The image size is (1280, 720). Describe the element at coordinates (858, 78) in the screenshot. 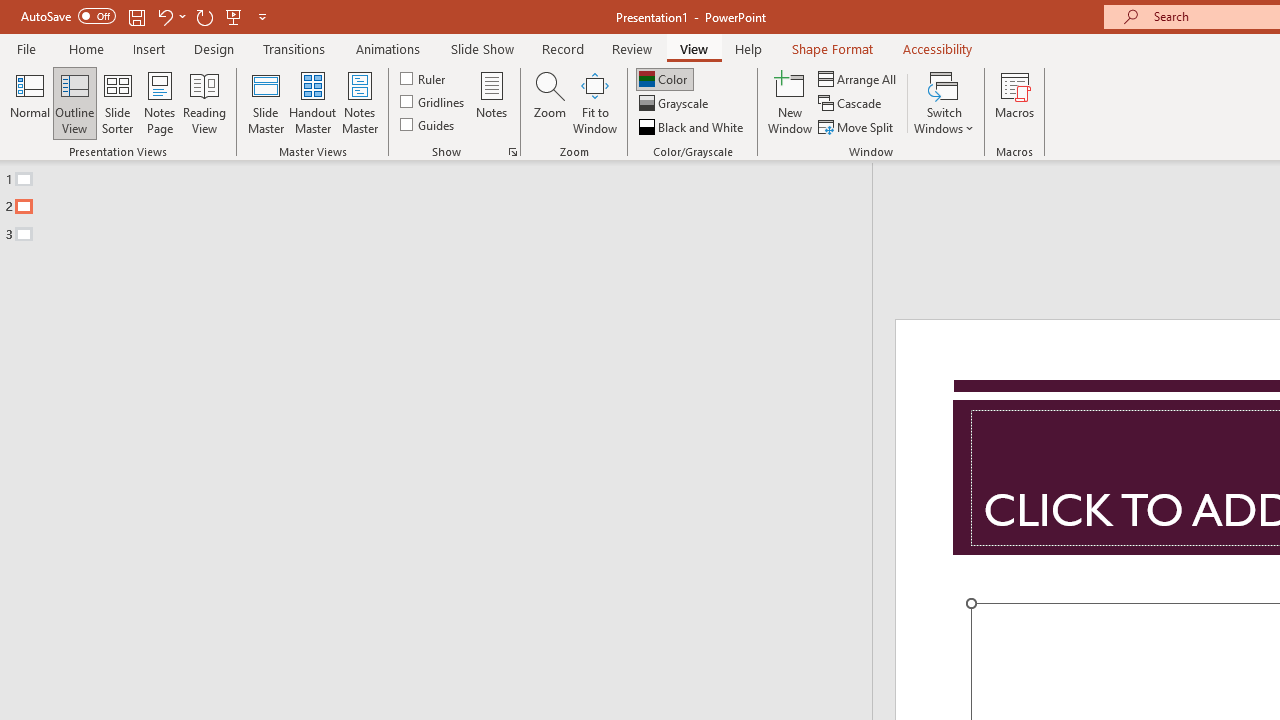

I see `'Arrange All'` at that location.